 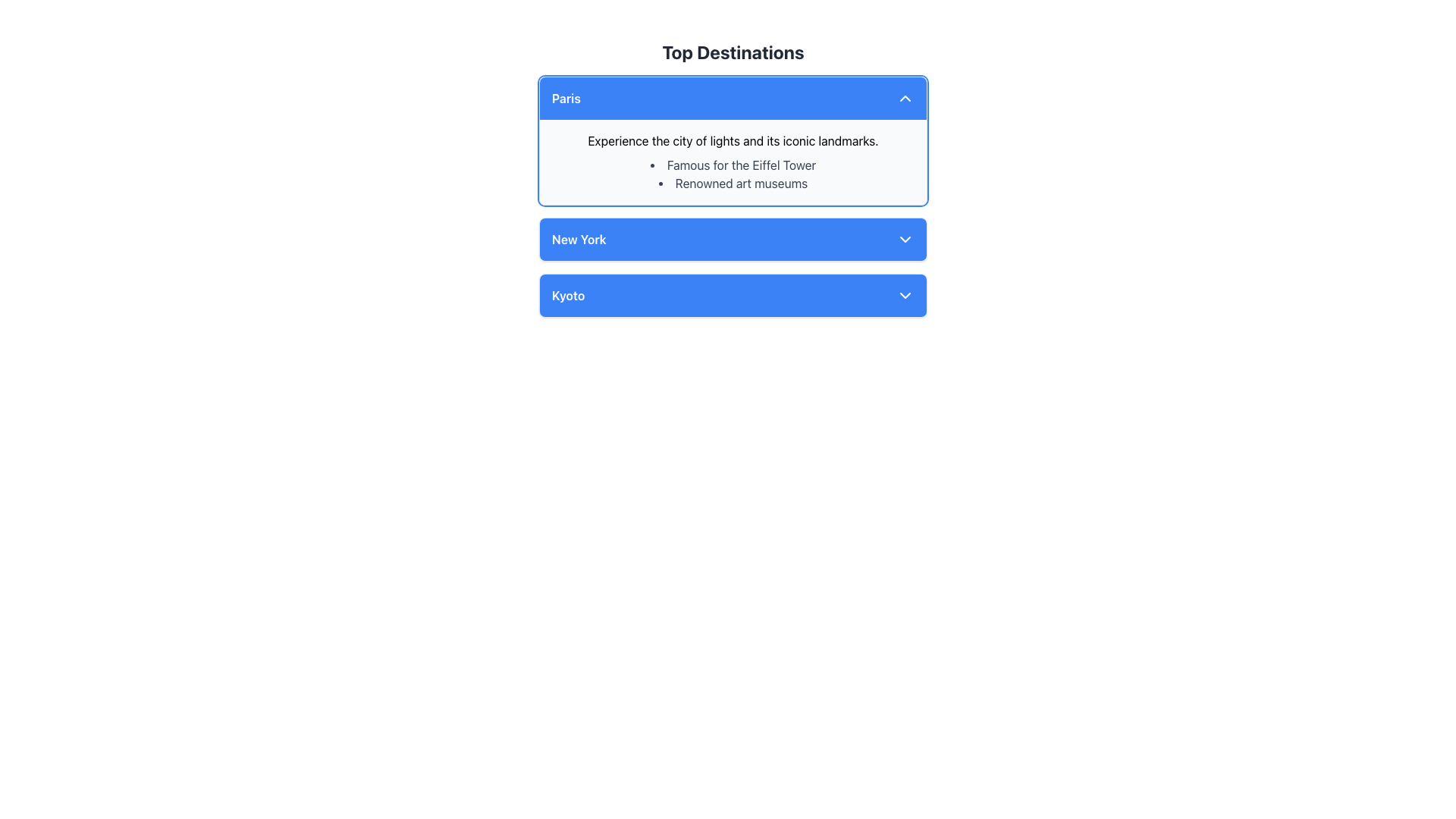 What do you see at coordinates (733, 295) in the screenshot?
I see `the Dropdown Toggle Button for 'Kyoto'` at bounding box center [733, 295].